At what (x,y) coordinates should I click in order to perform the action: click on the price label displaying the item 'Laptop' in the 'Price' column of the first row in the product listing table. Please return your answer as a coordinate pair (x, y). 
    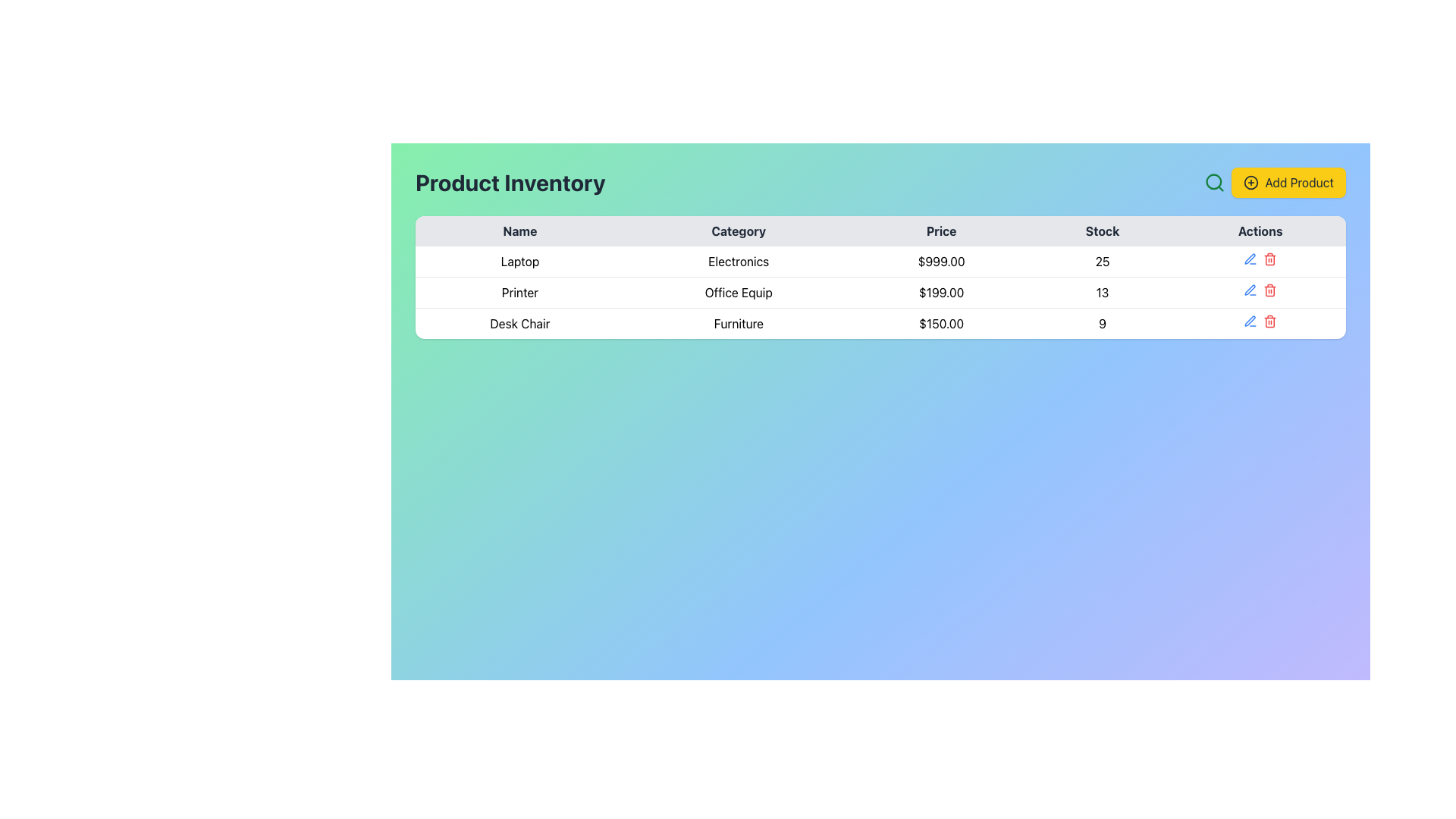
    Looking at the image, I should click on (940, 261).